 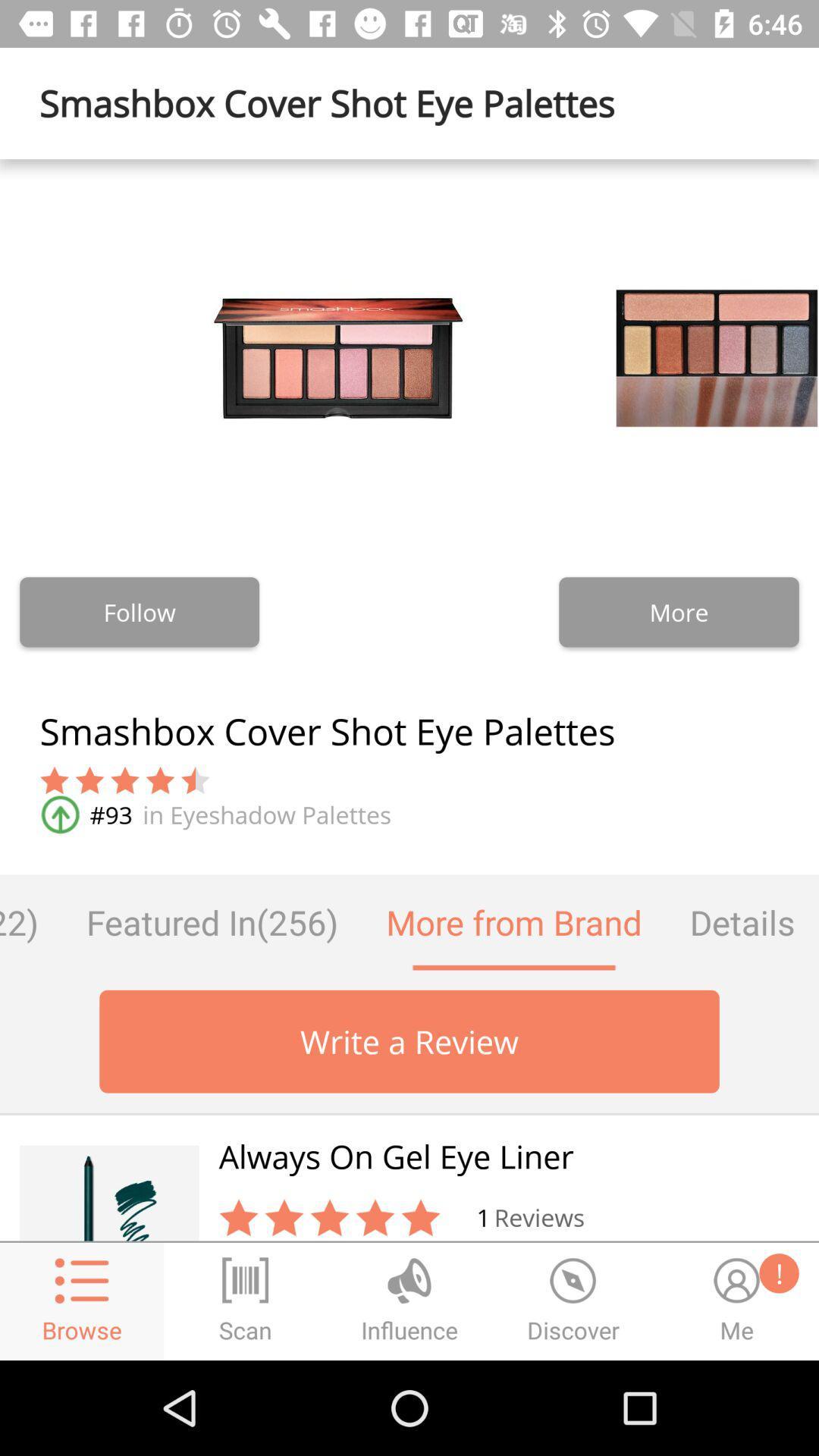 What do you see at coordinates (513, 921) in the screenshot?
I see `item to the right of the featured in(256) icon` at bounding box center [513, 921].